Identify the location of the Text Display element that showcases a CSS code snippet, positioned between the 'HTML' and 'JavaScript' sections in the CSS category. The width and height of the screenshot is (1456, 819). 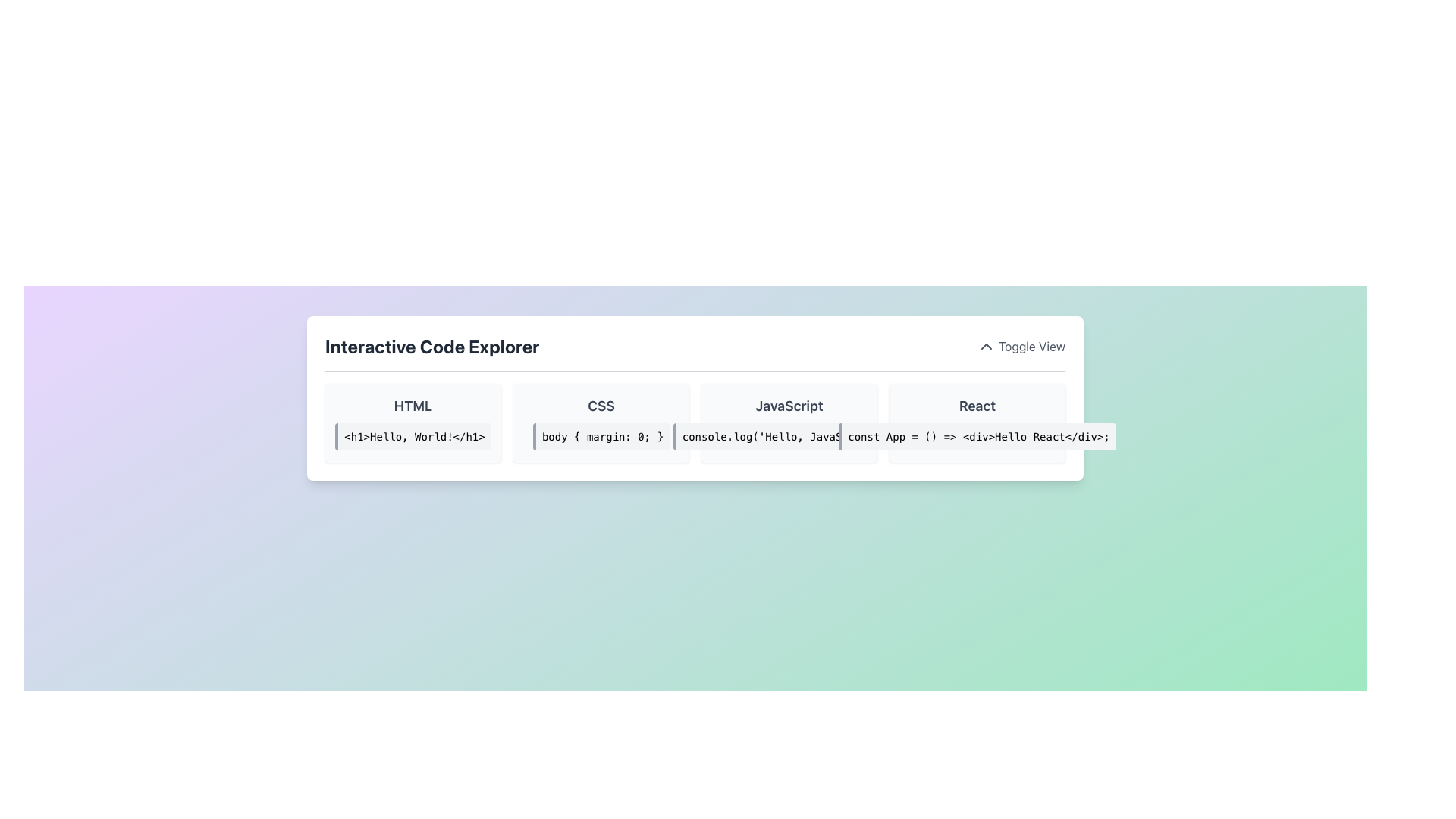
(602, 436).